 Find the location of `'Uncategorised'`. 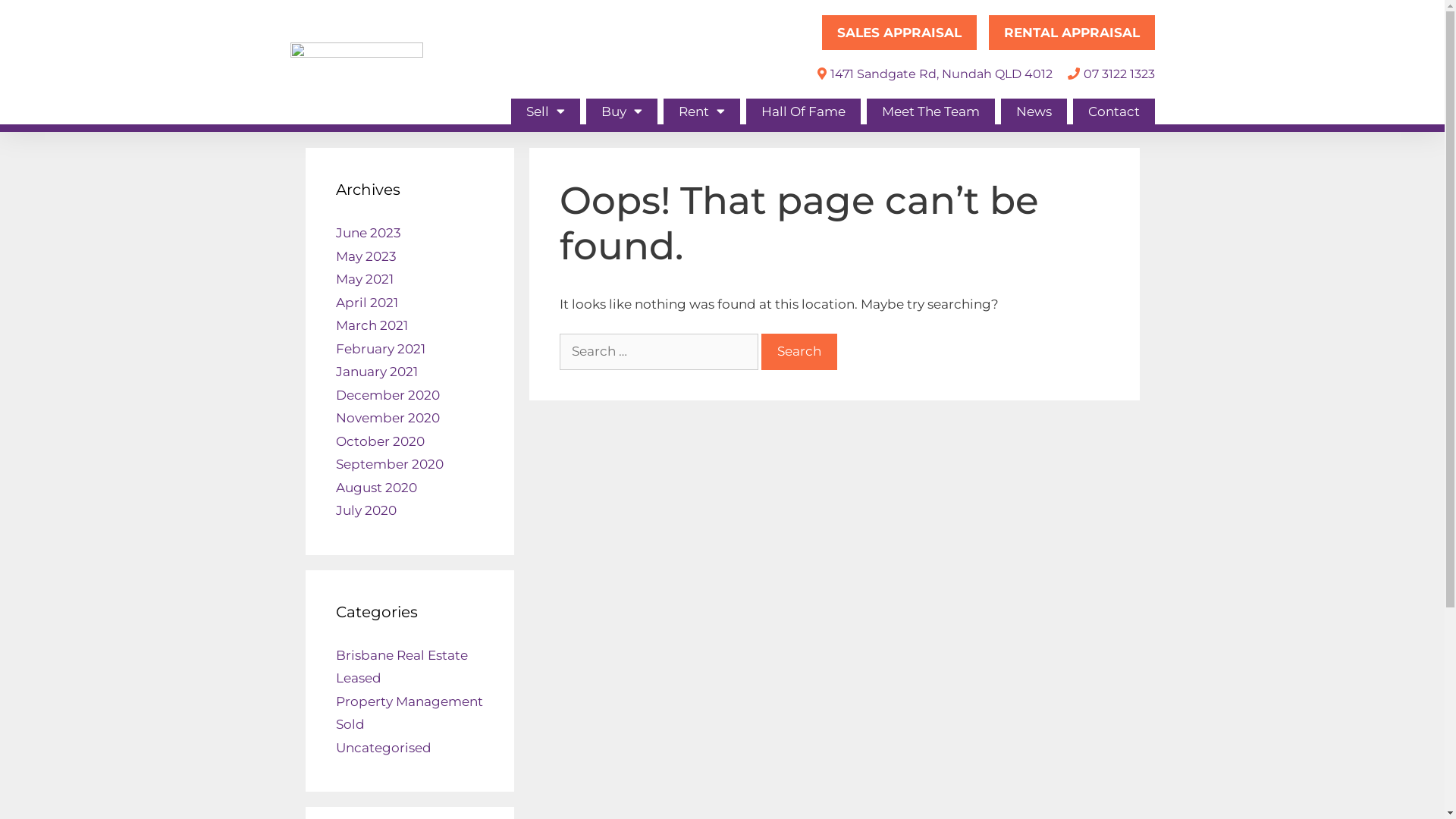

'Uncategorised' is located at coordinates (382, 747).